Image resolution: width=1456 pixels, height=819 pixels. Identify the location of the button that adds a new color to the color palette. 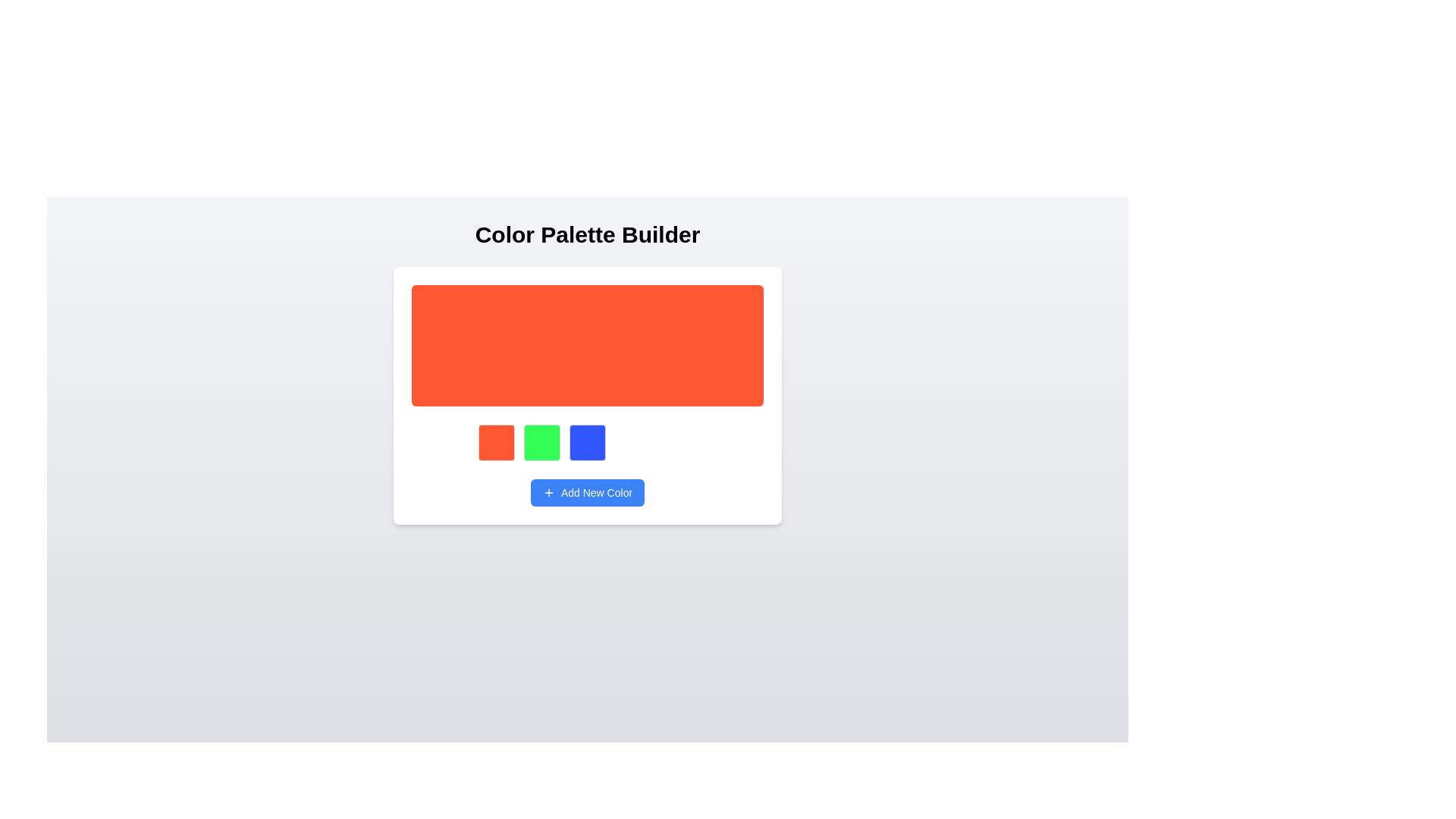
(586, 493).